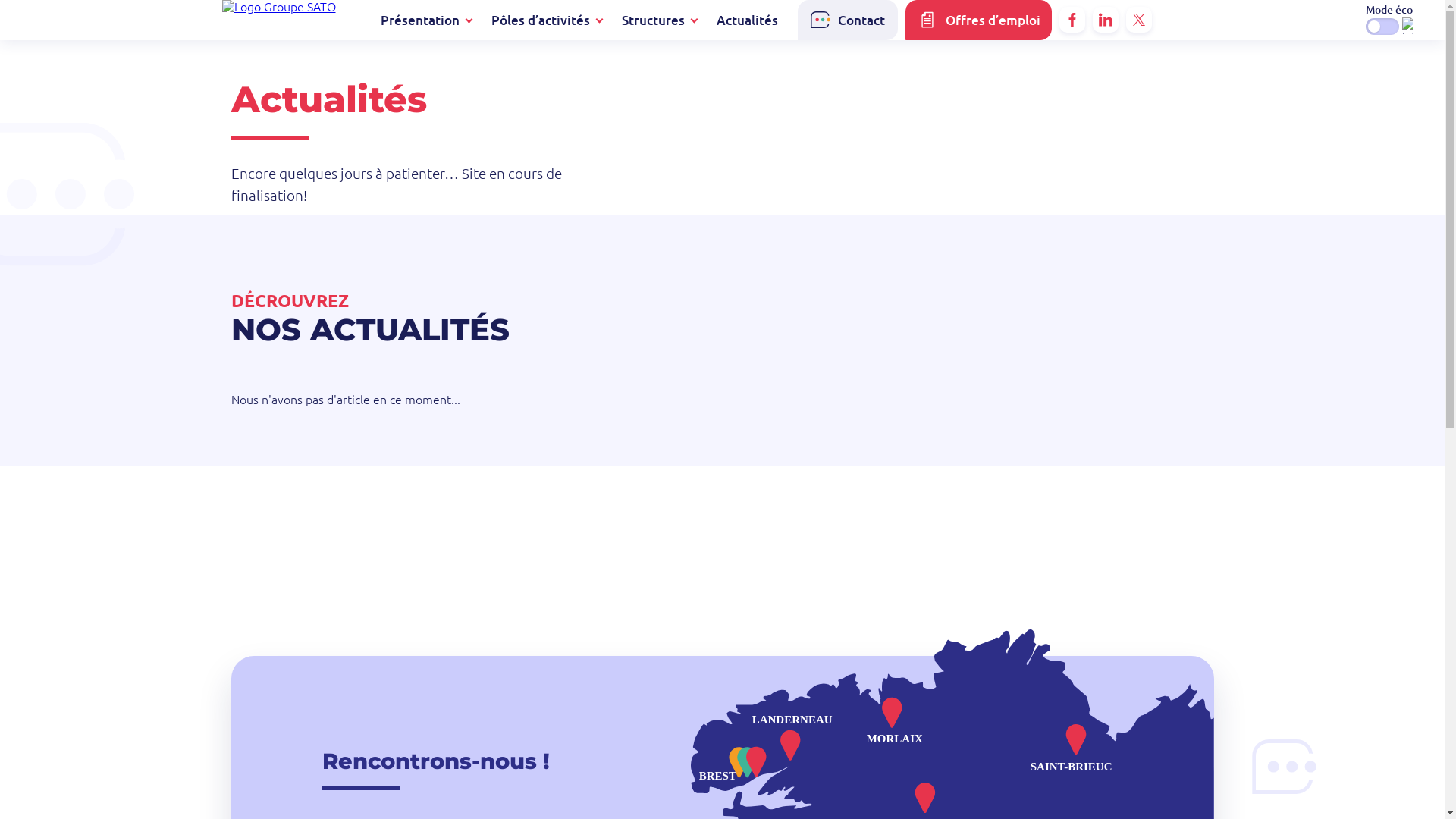 The width and height of the screenshot is (1456, 819). Describe the element at coordinates (653, 20) in the screenshot. I see `'Structures'` at that location.